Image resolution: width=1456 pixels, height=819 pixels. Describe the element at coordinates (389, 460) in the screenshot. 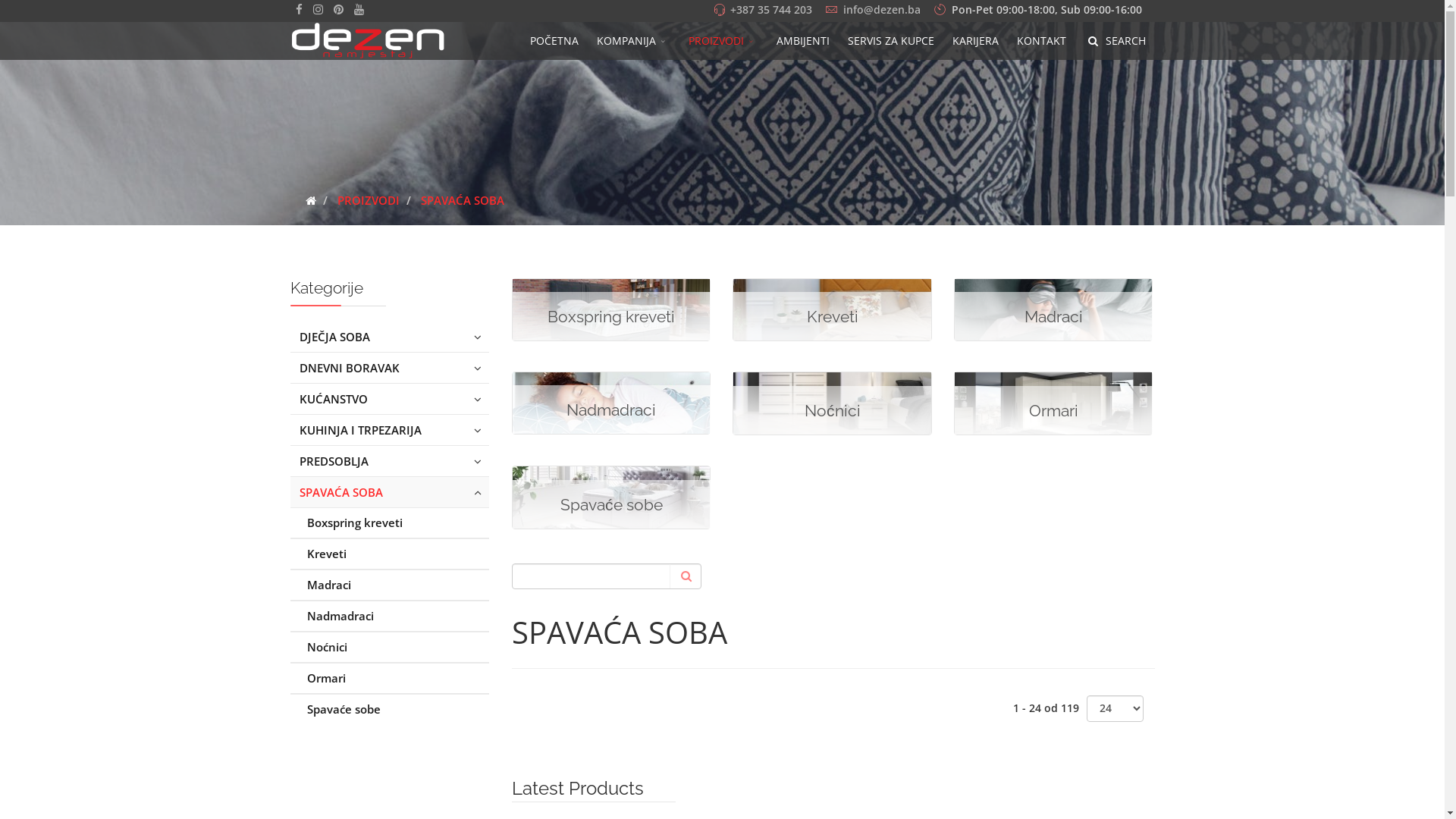

I see `'PREDSOBLJA'` at that location.